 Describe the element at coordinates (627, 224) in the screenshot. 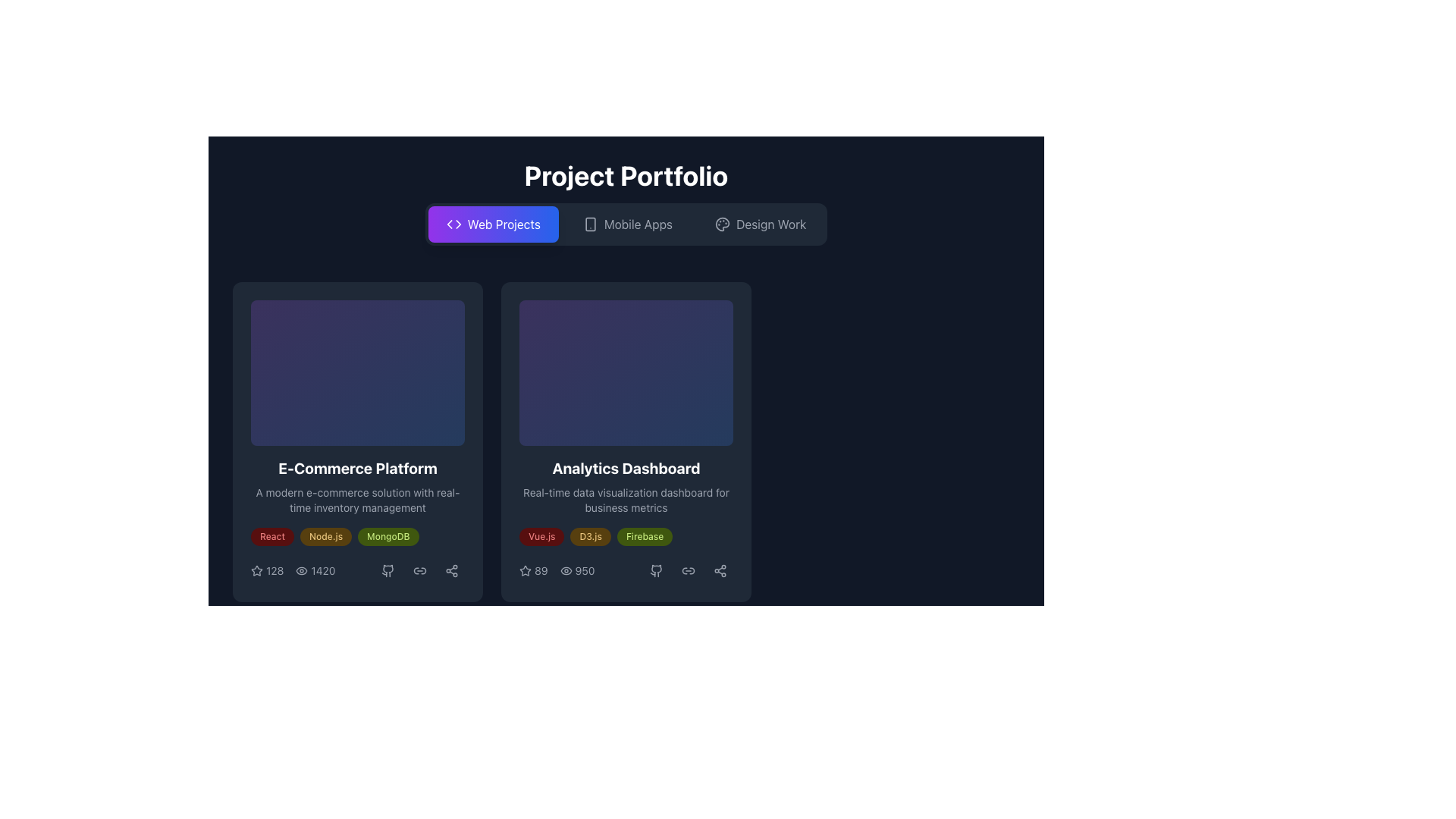

I see `the 'Mobile Apps' button, which is the second button in a horizontal row of three buttons, styled with a dark gray-to-black gradient background and containing a smartphone icon and light gray text` at that location.